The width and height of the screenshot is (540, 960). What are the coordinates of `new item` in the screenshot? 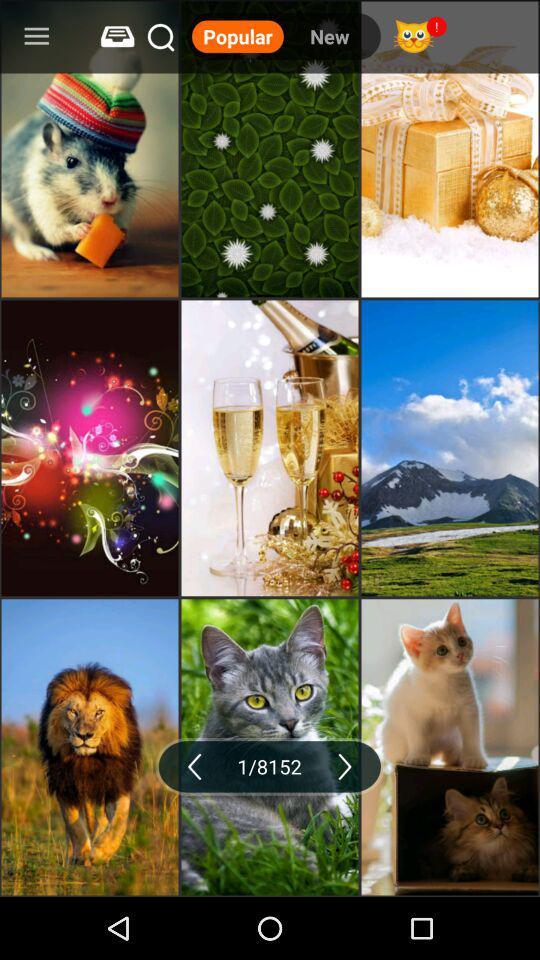 It's located at (329, 35).